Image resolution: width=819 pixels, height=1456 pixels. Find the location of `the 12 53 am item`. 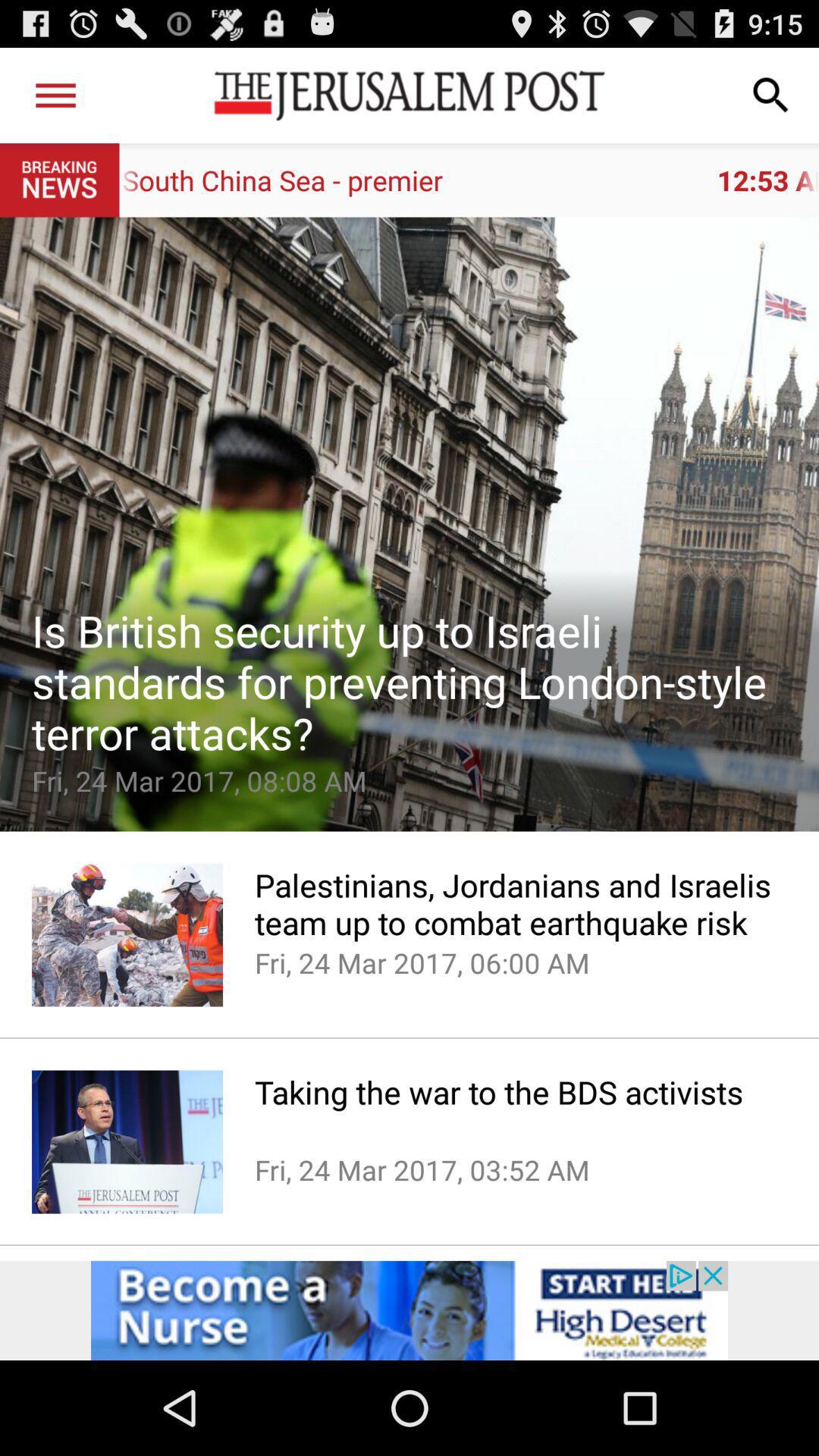

the 12 53 am item is located at coordinates (468, 180).